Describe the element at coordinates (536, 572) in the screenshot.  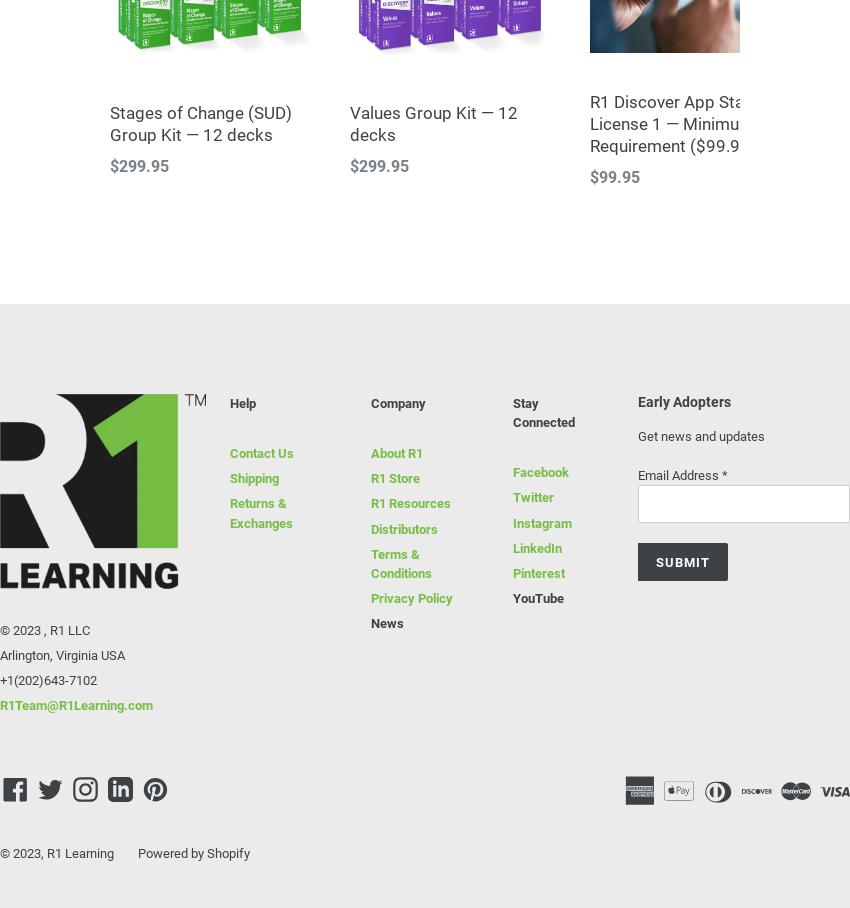
I see `'Pinterest'` at that location.